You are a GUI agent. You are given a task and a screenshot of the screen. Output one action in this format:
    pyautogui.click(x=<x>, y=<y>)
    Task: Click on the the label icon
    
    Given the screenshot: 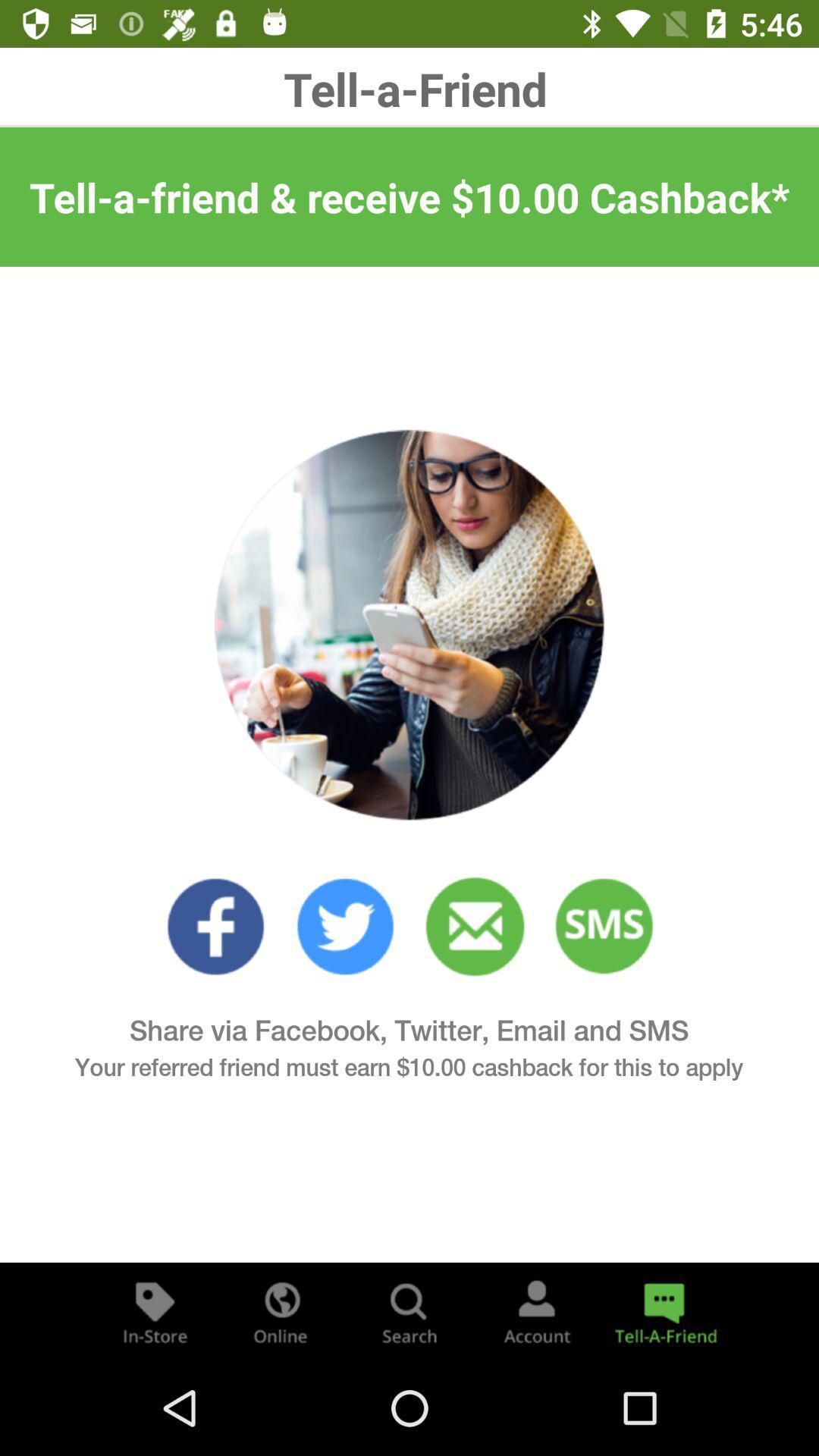 What is the action you would take?
    pyautogui.click(x=155, y=1310)
    